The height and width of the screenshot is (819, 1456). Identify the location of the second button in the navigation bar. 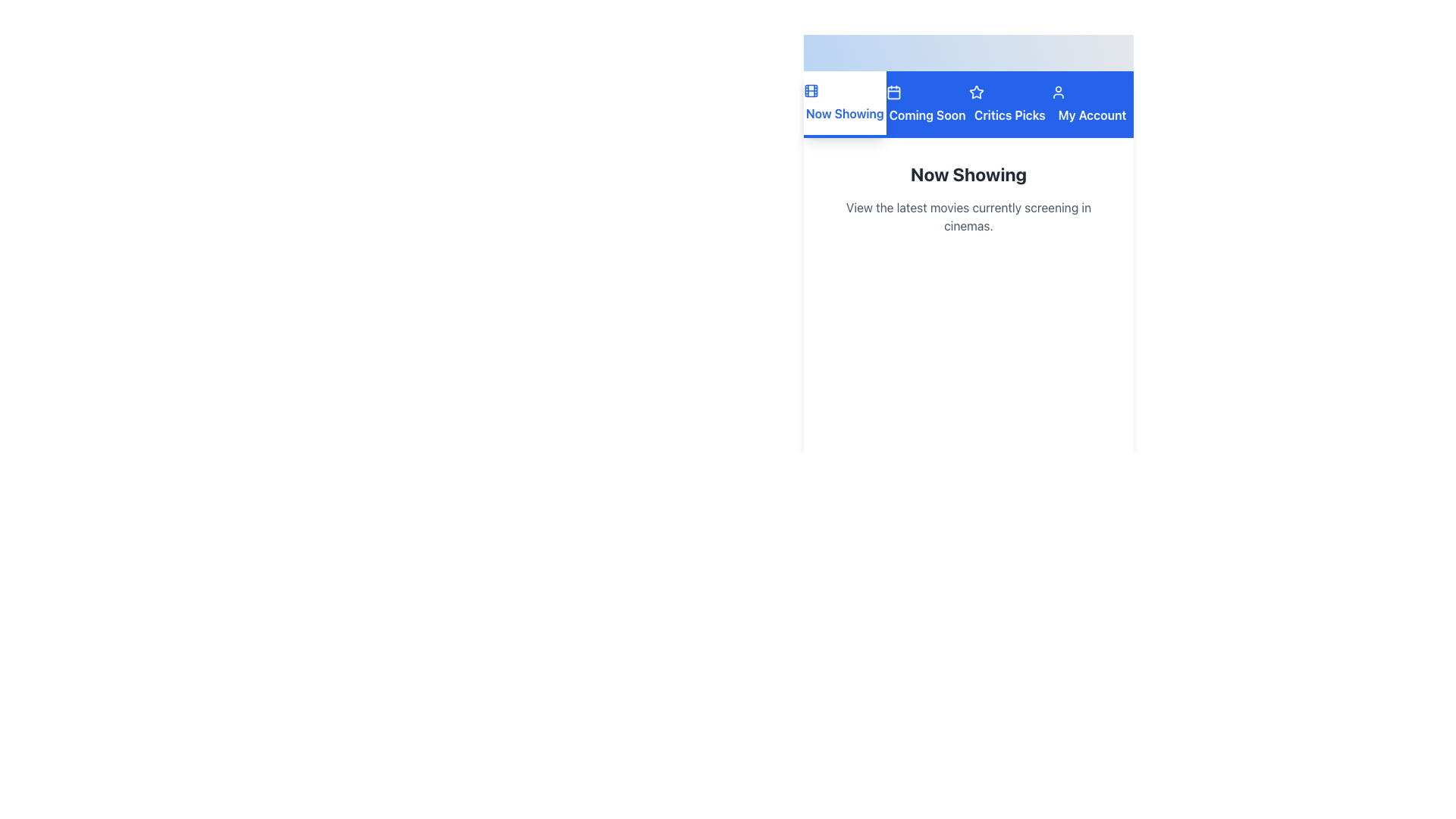
(927, 104).